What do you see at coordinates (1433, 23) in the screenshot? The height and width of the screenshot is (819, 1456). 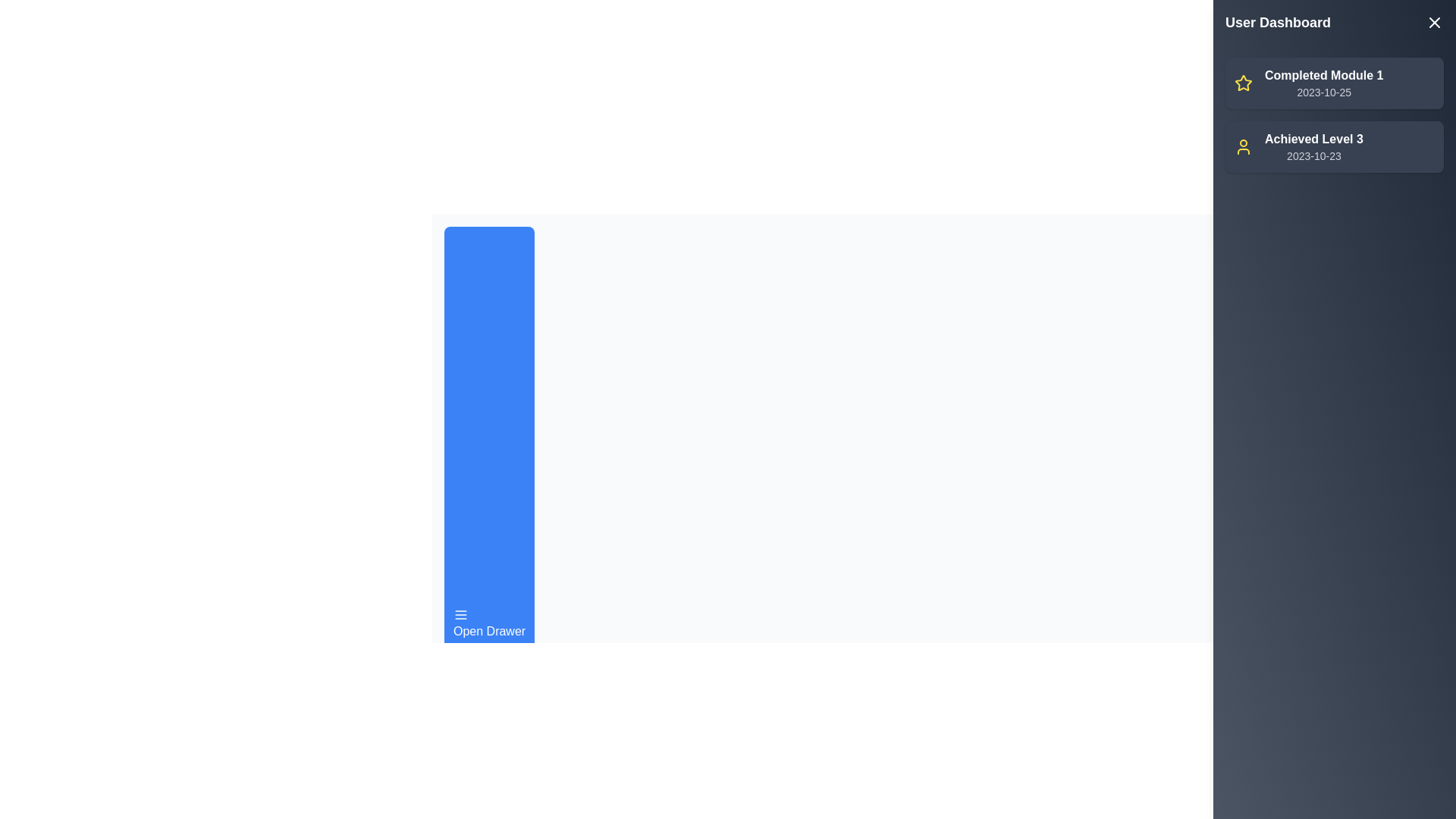 I see `the close button of the drawer to hide it` at bounding box center [1433, 23].